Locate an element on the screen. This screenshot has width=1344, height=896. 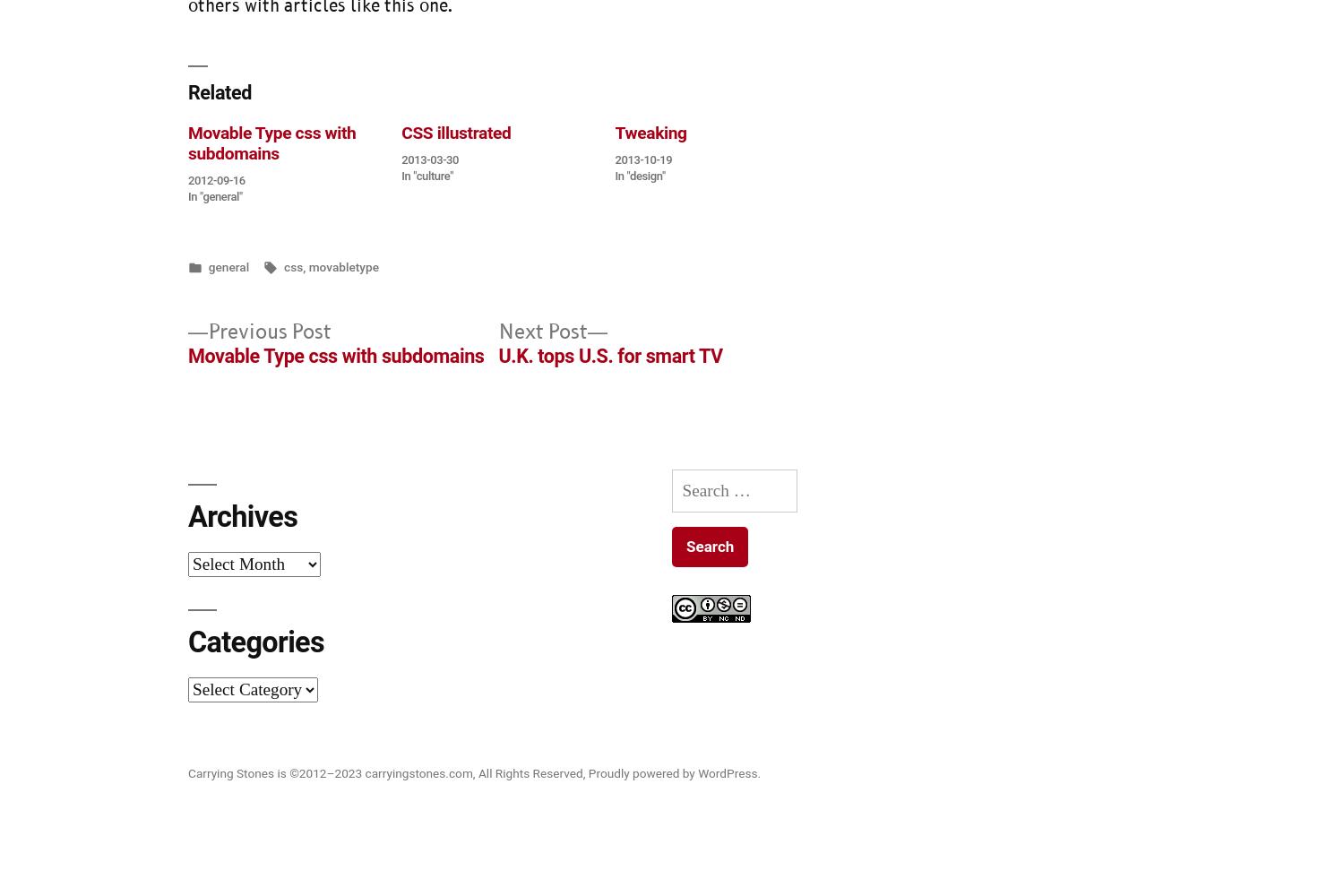
'Movable Type css with subdomains' is located at coordinates (336, 356).